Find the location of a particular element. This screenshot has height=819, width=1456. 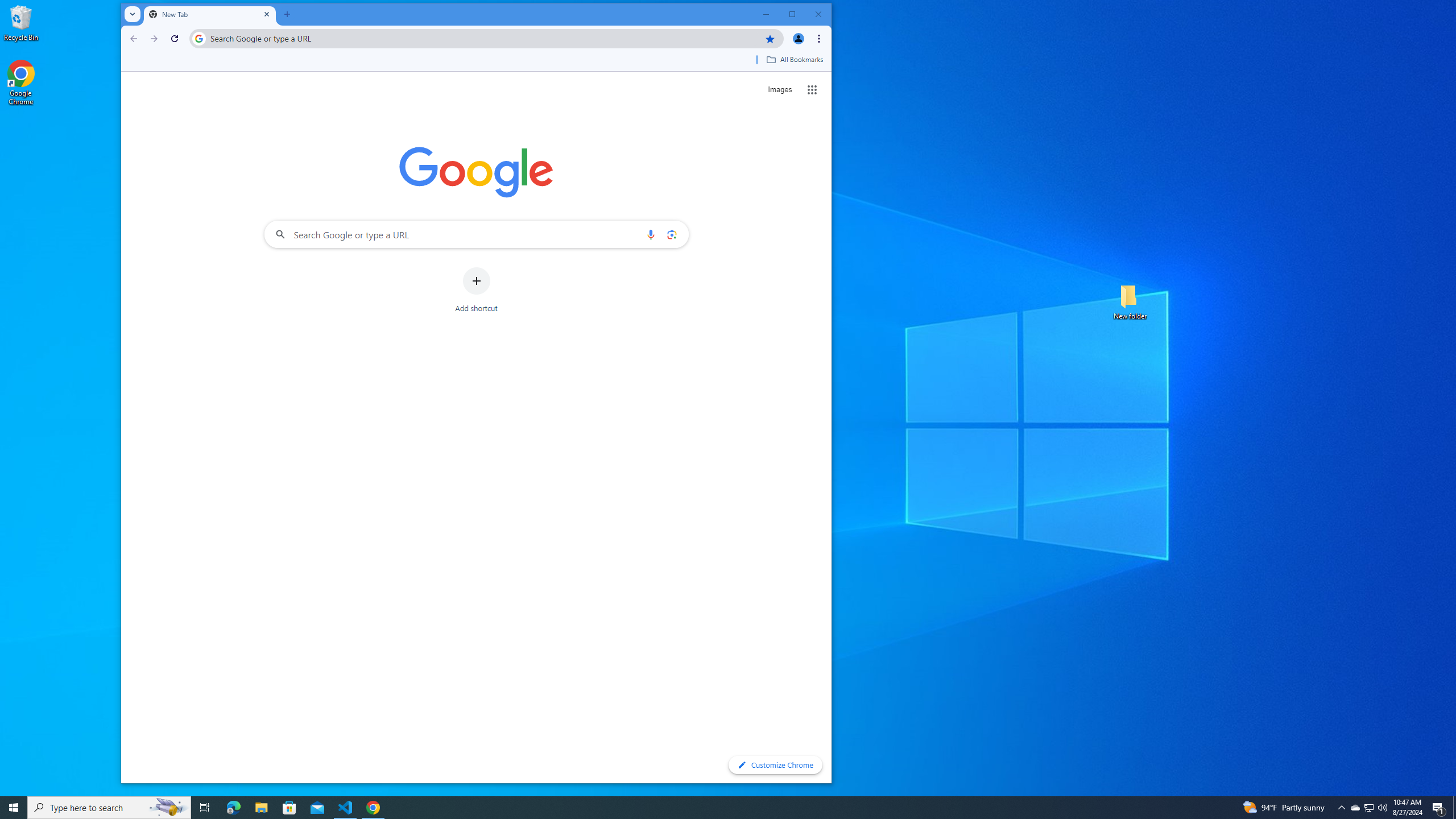

'New folder' is located at coordinates (1130, 300).